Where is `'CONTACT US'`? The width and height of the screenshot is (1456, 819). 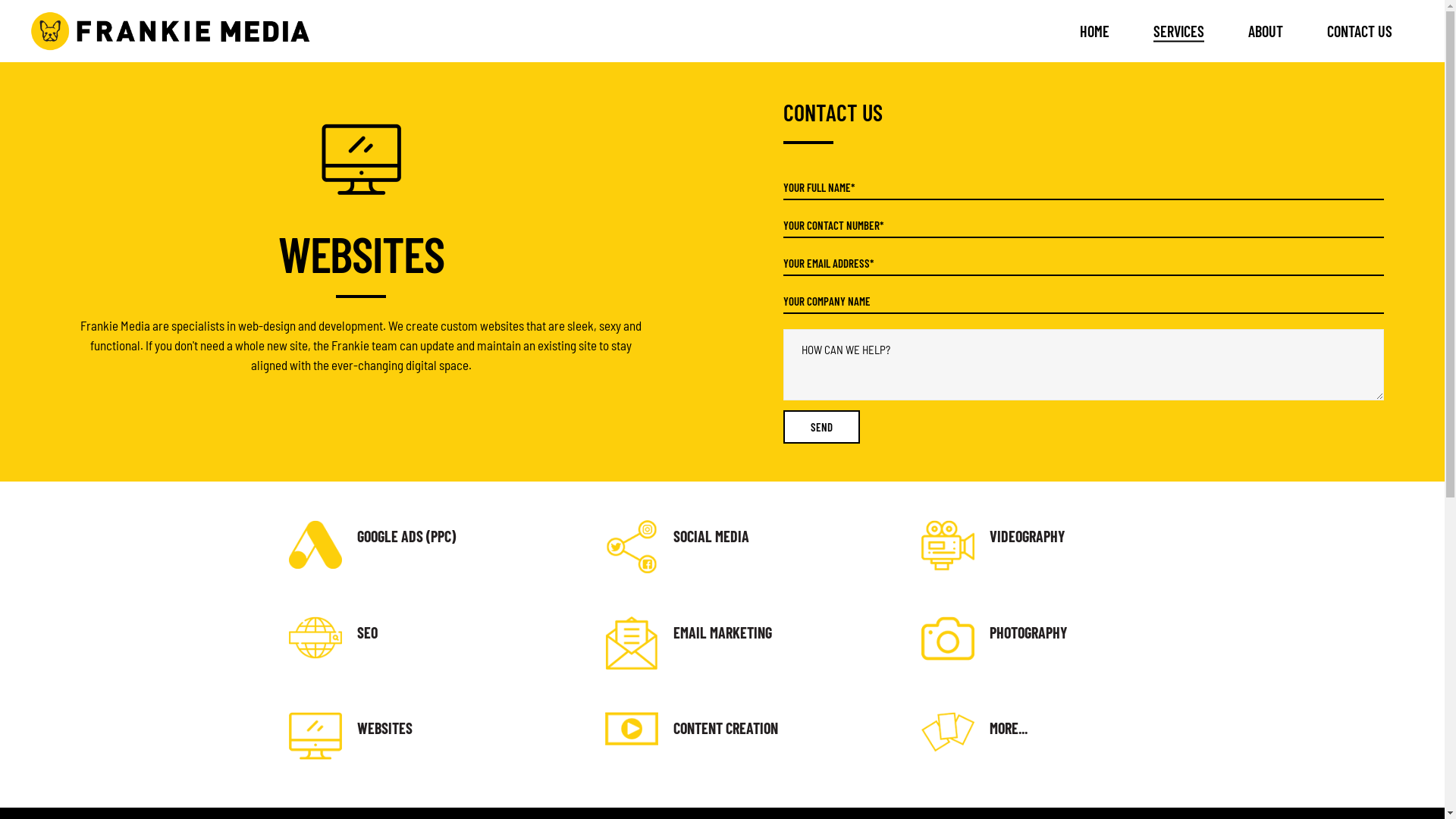
'CONTACT US' is located at coordinates (1360, 31).